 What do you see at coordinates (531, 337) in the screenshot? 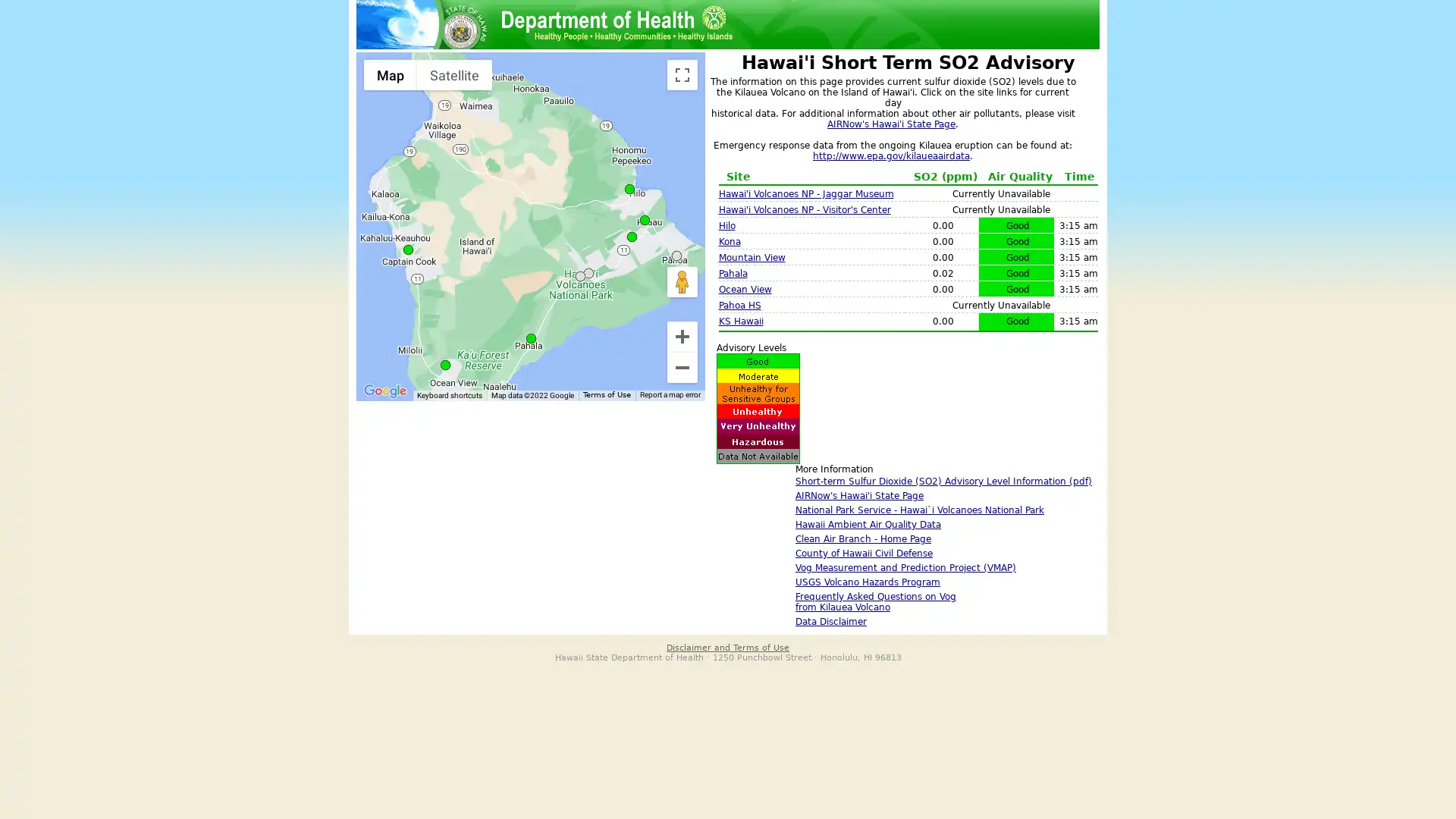
I see `Pahala: SO2 0.02 ppm (Good) on 06/28 at 03:15 am` at bounding box center [531, 337].